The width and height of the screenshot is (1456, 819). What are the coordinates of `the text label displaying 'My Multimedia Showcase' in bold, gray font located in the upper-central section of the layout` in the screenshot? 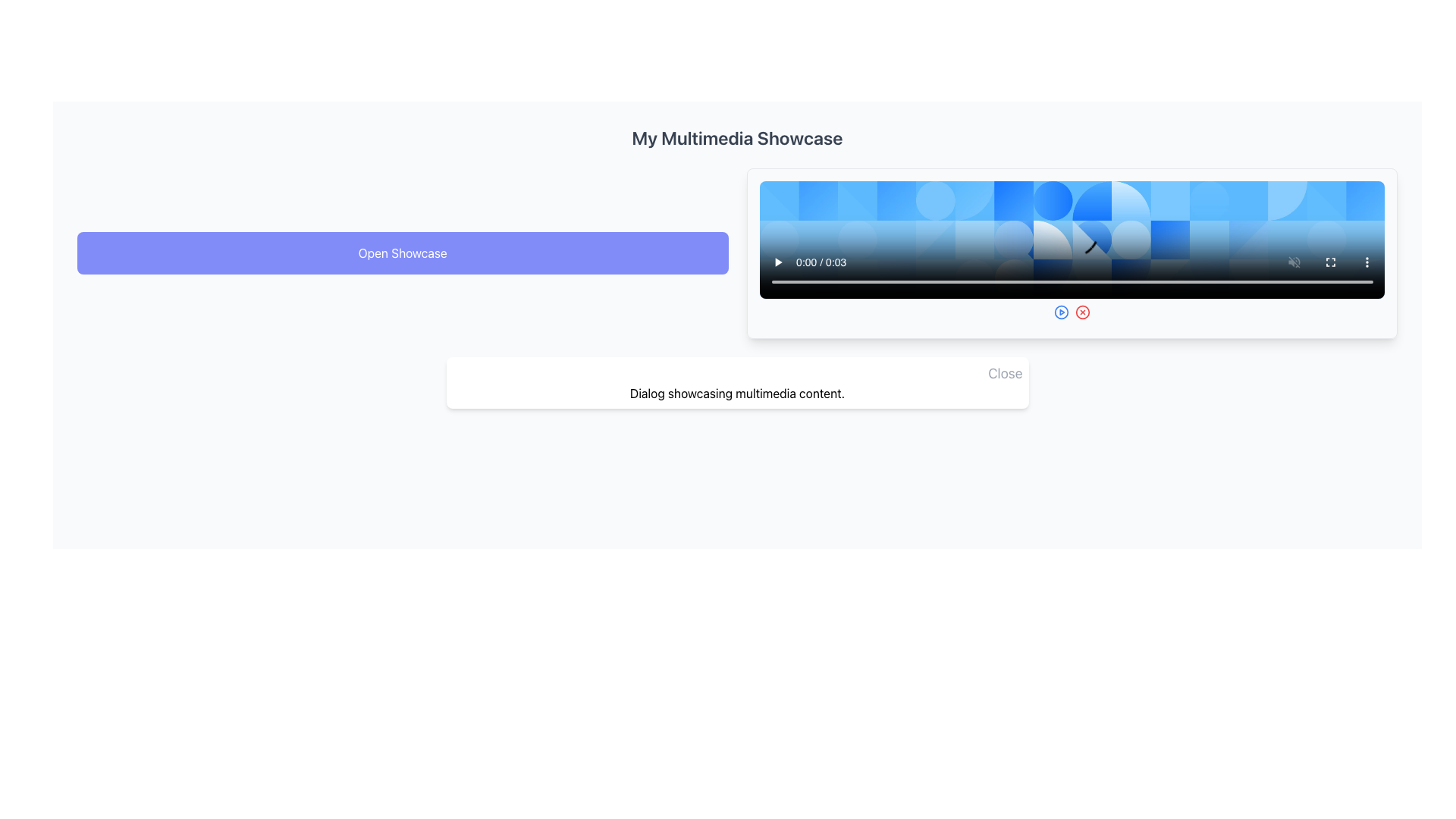 It's located at (737, 137).